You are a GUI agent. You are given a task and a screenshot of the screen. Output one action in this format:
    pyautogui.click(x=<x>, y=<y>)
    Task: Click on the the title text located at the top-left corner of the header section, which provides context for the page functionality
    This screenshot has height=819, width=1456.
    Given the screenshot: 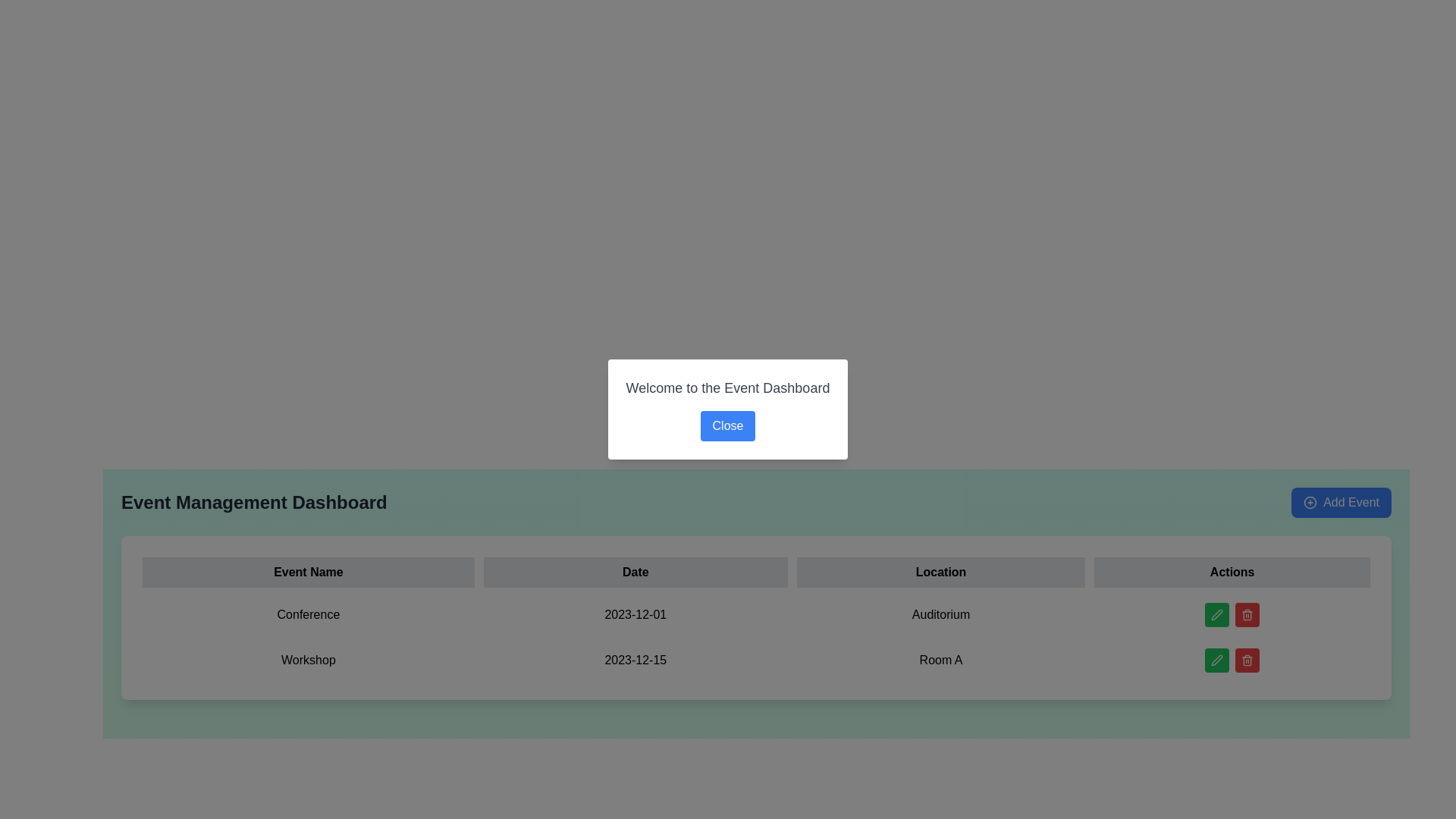 What is the action you would take?
    pyautogui.click(x=254, y=503)
    